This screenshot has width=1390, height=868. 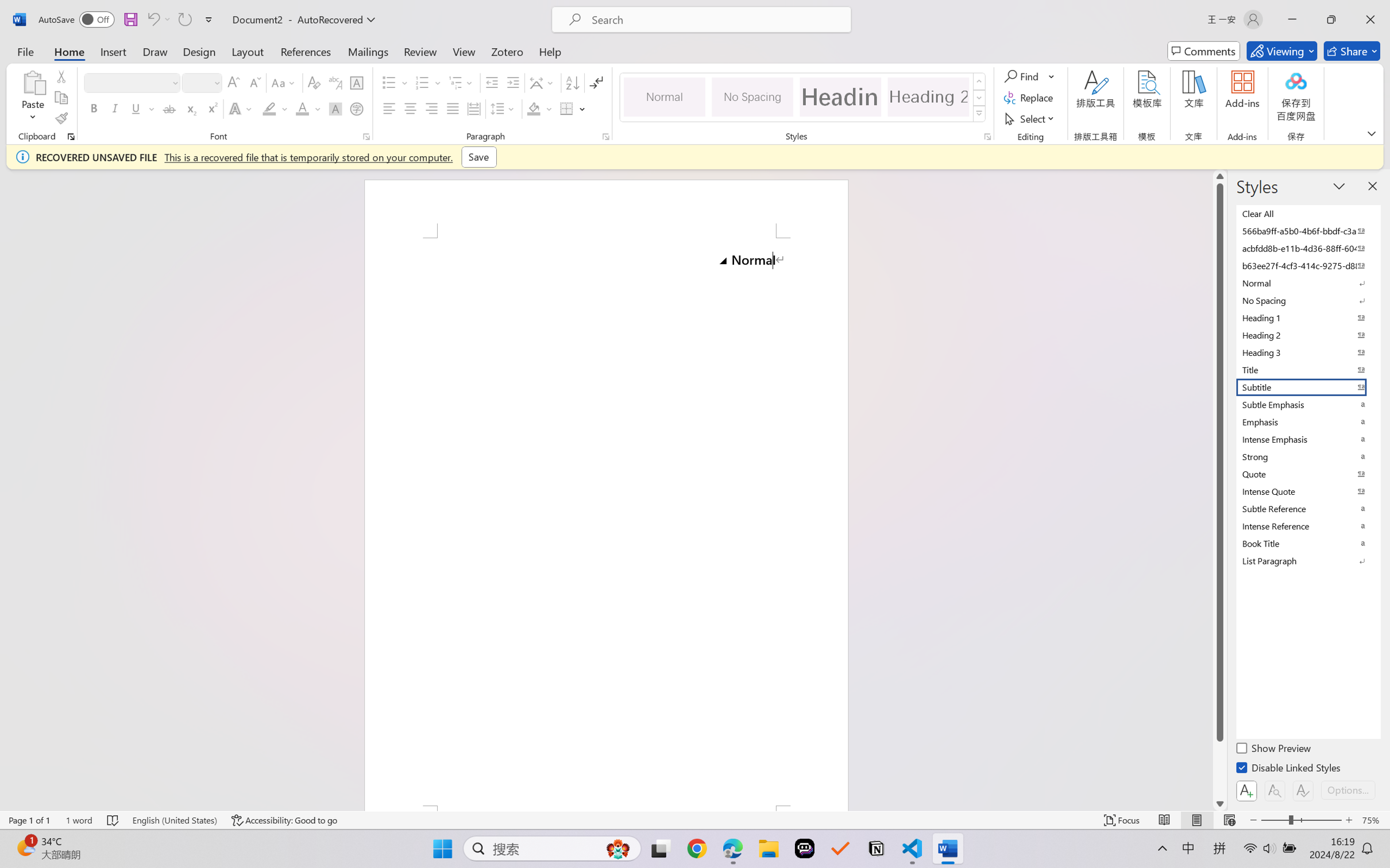 I want to click on 'Bold', so click(x=94, y=108).